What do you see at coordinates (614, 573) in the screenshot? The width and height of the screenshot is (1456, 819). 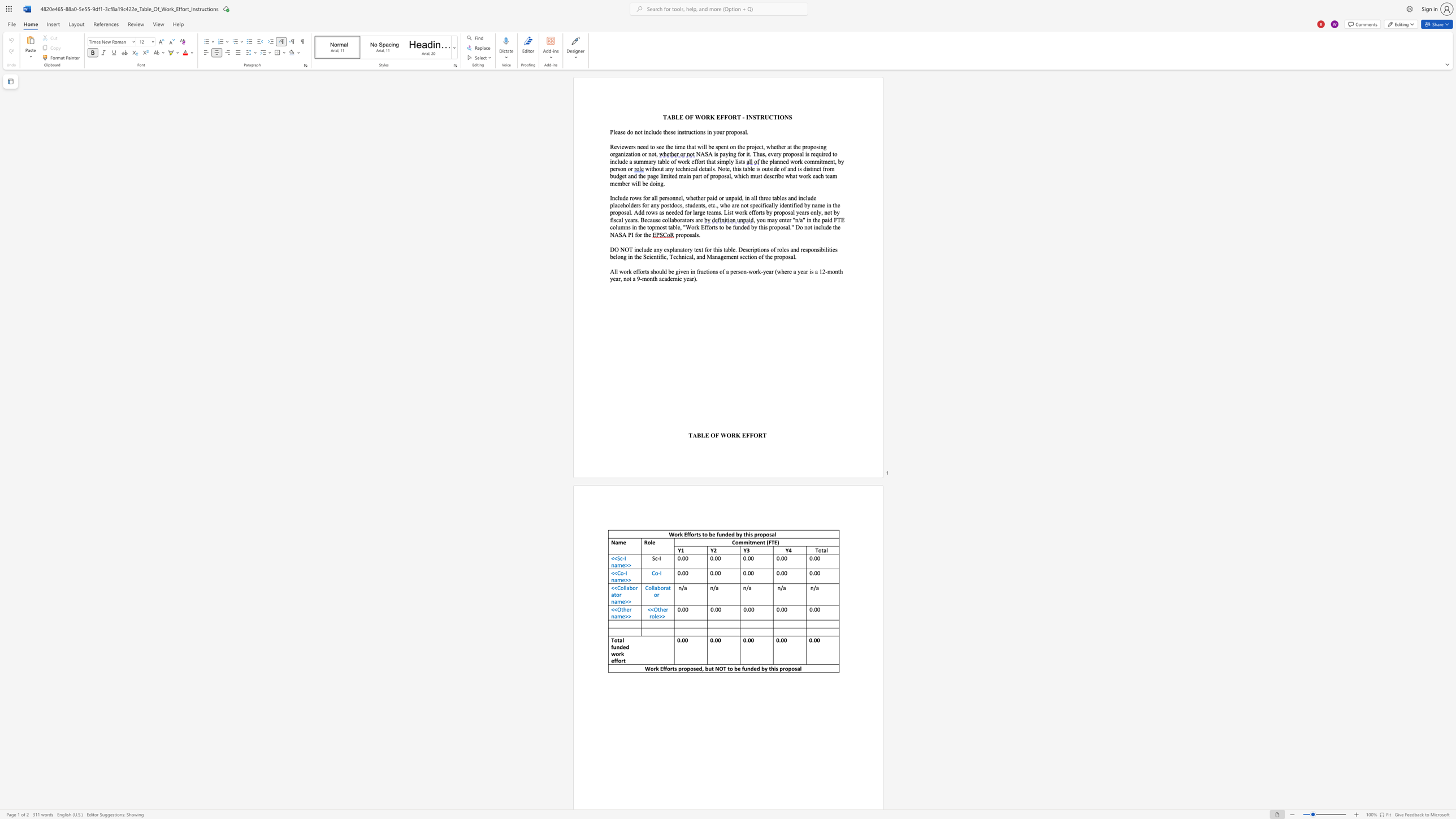 I see `the subset text "<Co-I n" within the text "<<Co-I name>>"` at bounding box center [614, 573].